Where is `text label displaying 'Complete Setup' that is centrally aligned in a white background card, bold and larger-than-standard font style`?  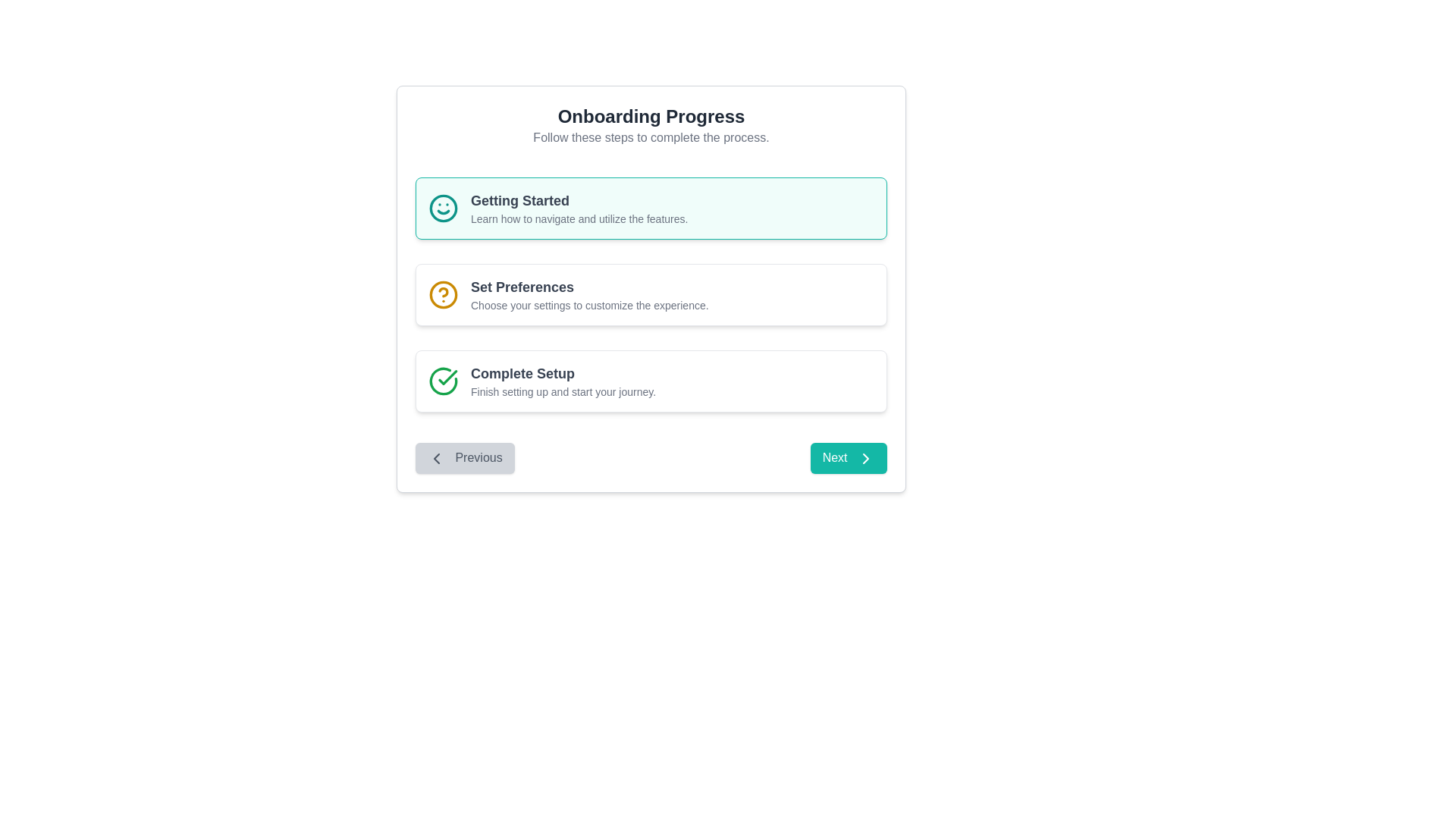 text label displaying 'Complete Setup' that is centrally aligned in a white background card, bold and larger-than-standard font style is located at coordinates (563, 374).